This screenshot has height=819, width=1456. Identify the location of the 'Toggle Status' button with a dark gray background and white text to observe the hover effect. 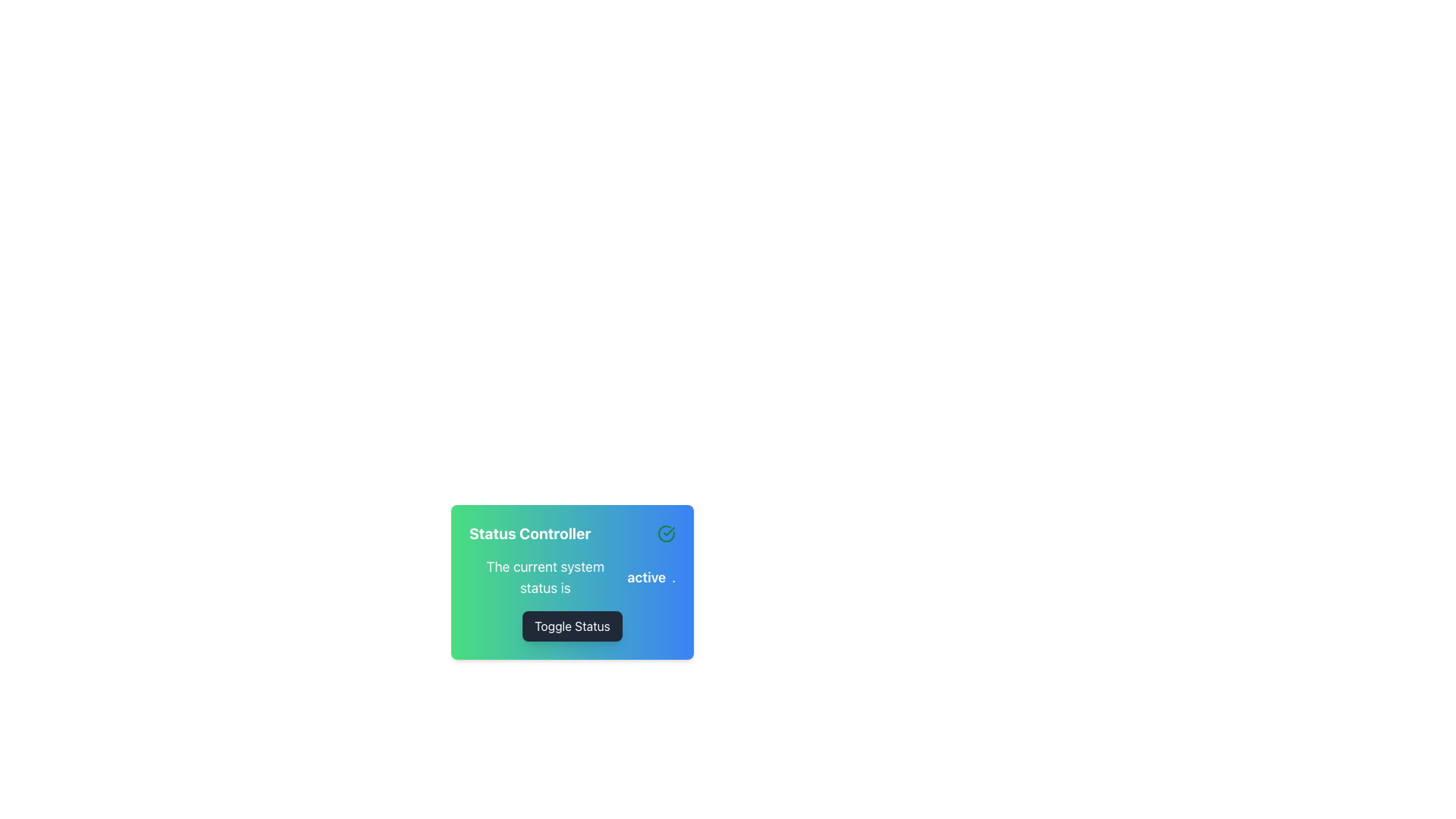
(571, 626).